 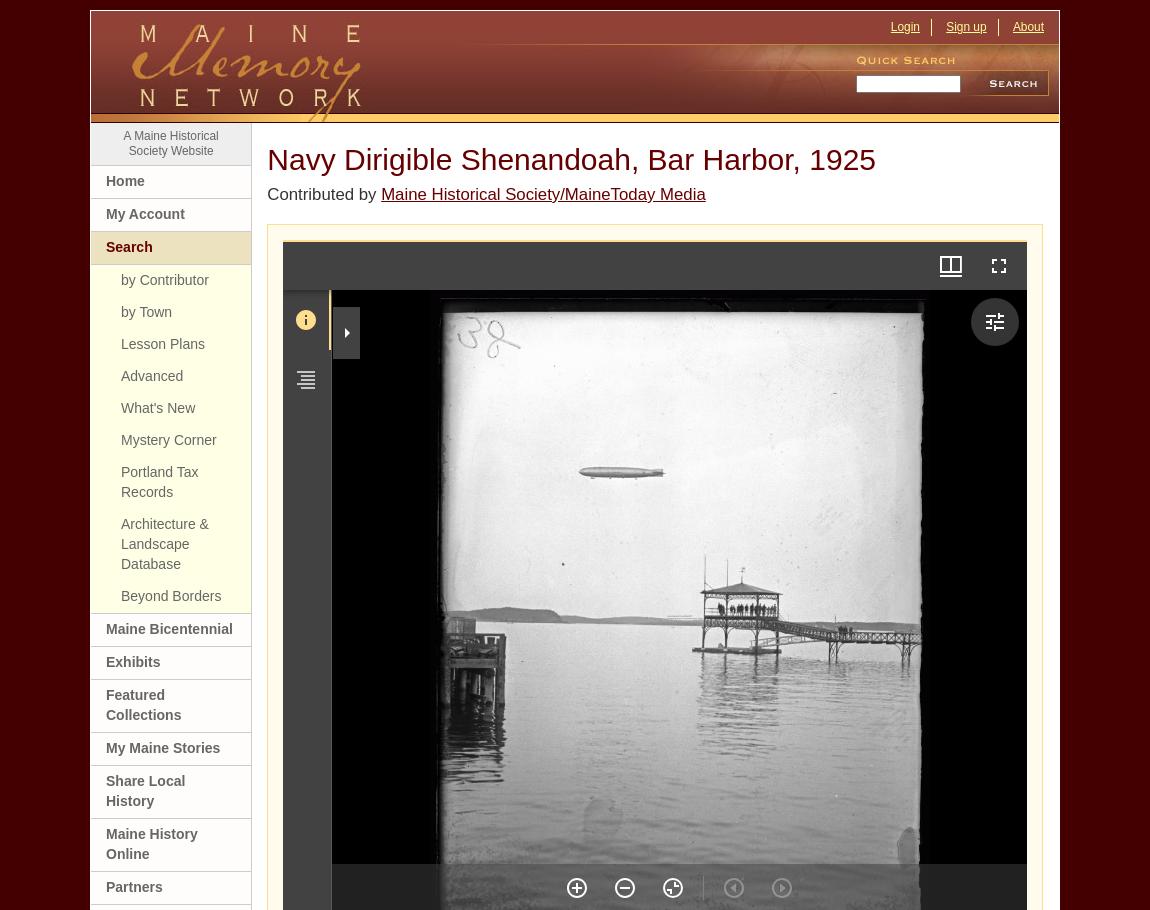 I want to click on 'My Account', so click(x=144, y=212).